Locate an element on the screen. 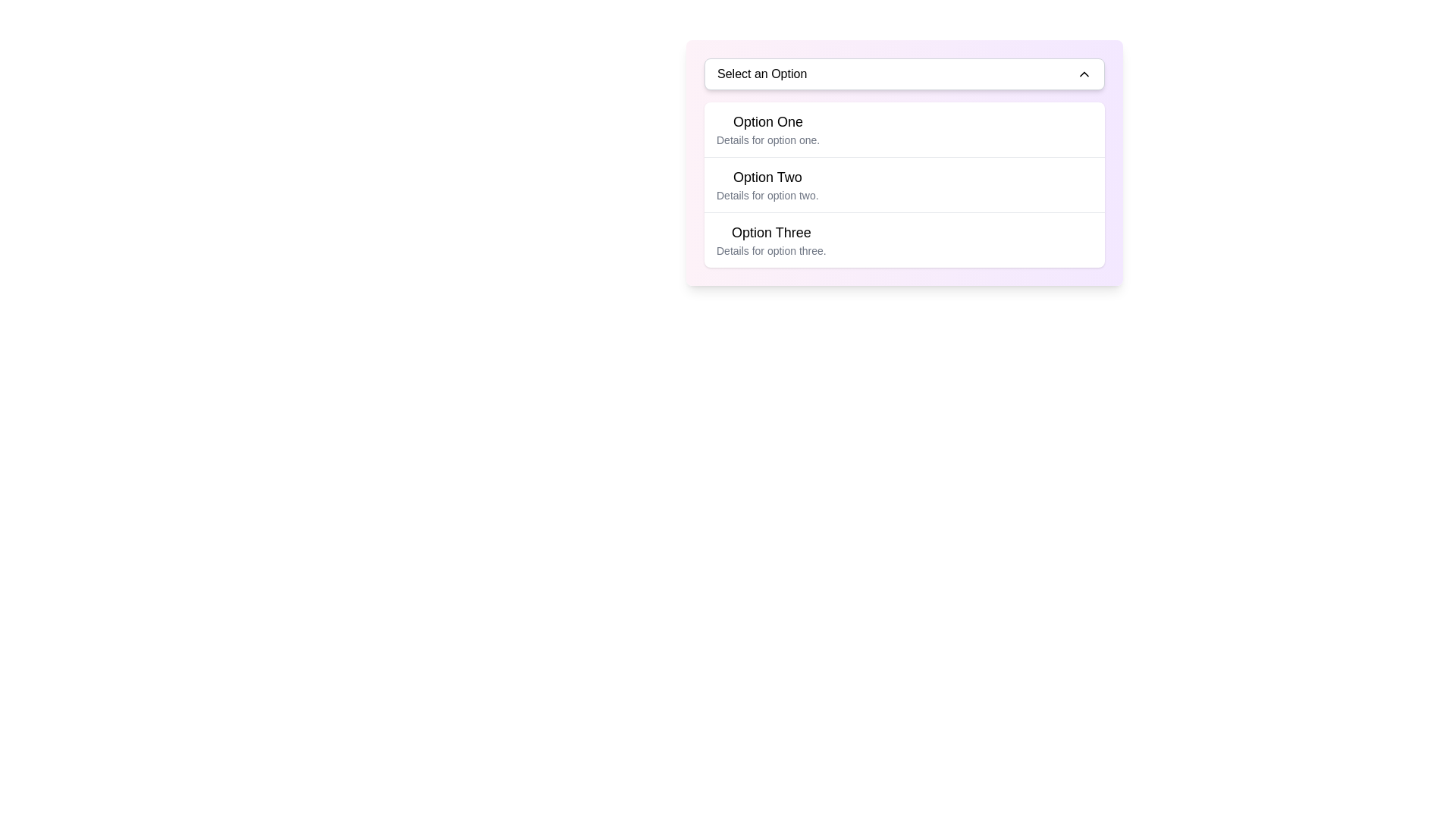  the first selectable option label in the dropdown menu is located at coordinates (768, 121).